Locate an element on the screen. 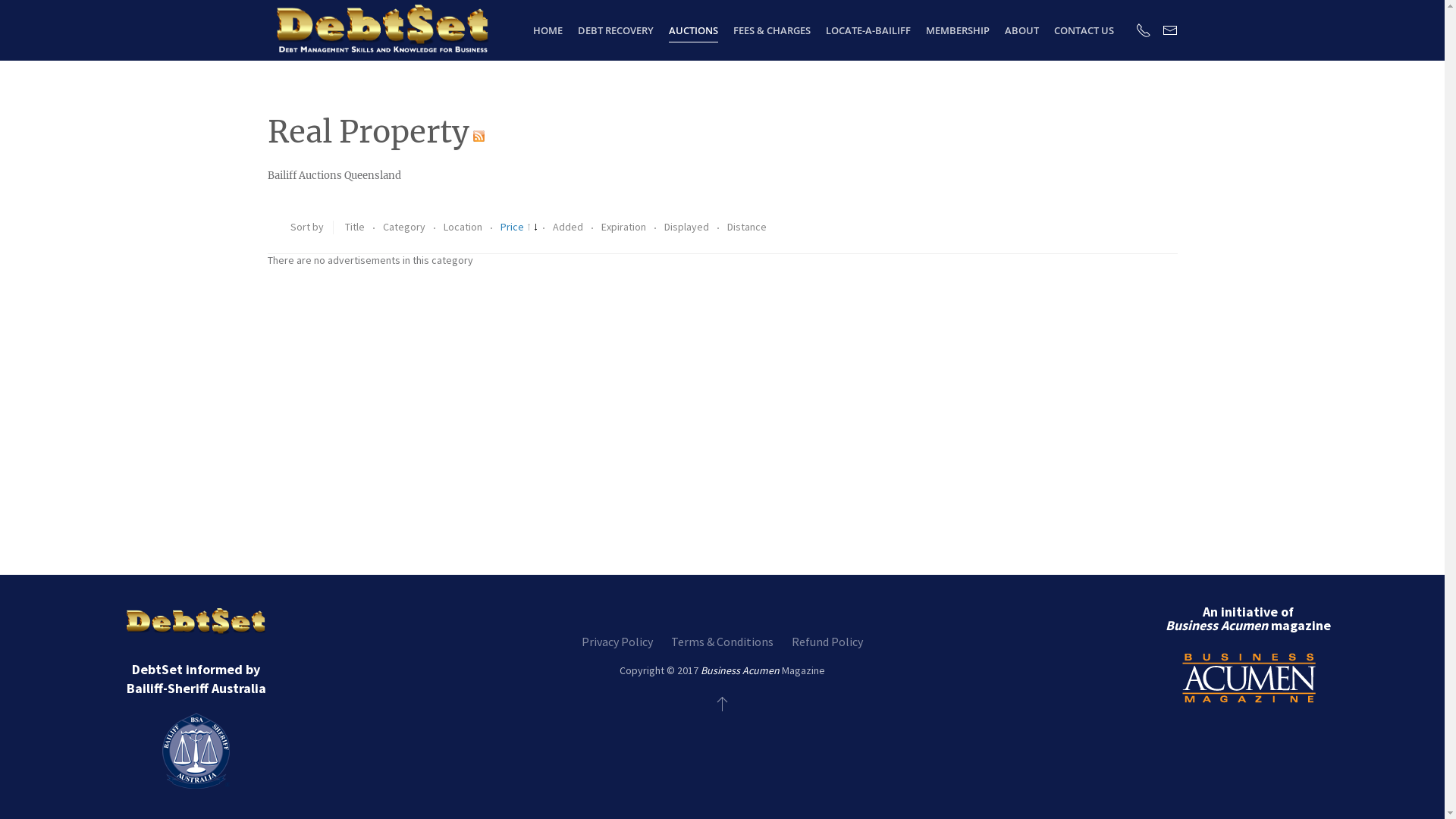 This screenshot has width=1456, height=819. 'Category' is located at coordinates (404, 227).